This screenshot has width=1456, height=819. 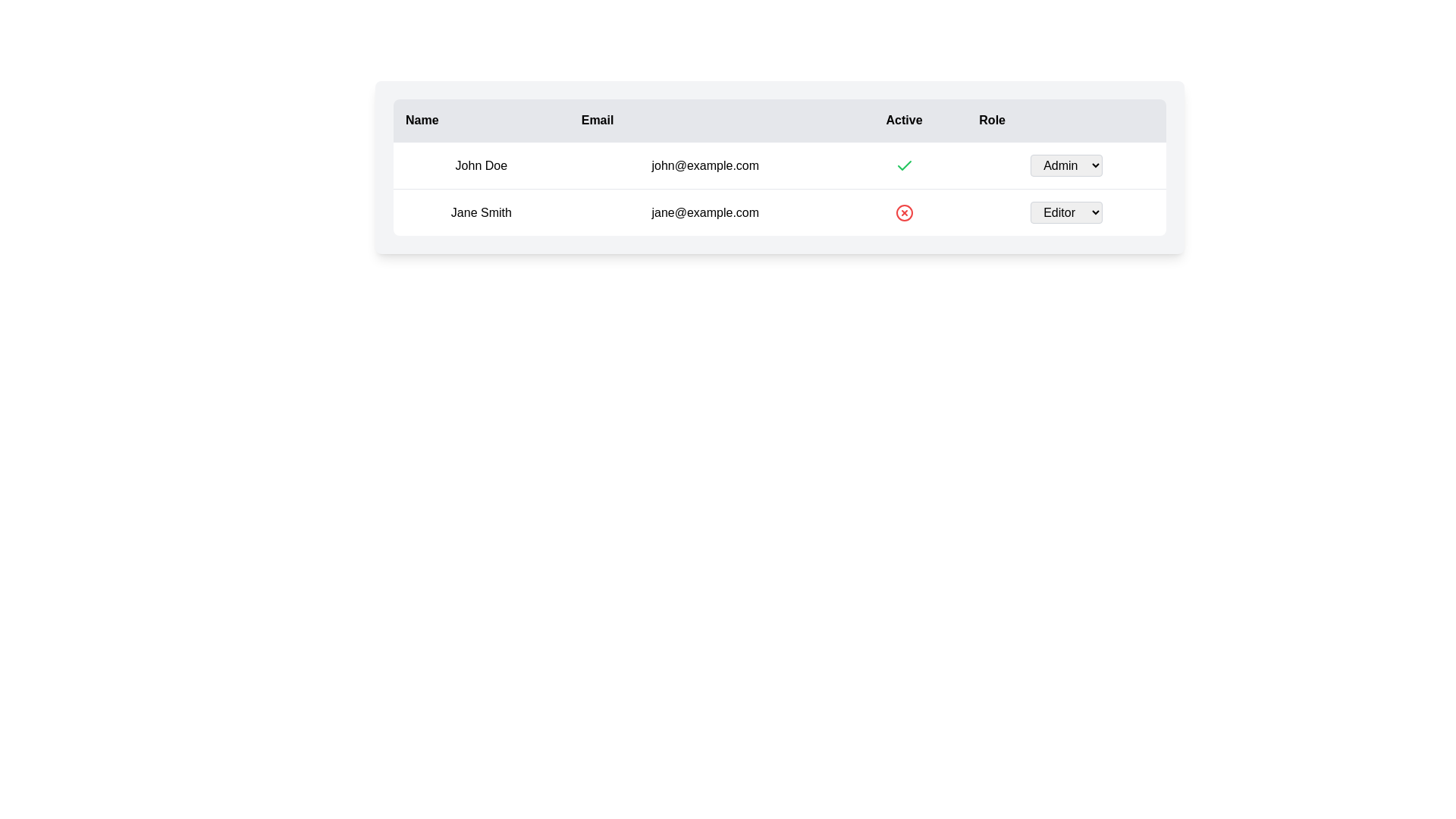 What do you see at coordinates (1065, 212) in the screenshot?
I see `the 'Editor' dropdown menu button located in the 'Role' column of the second row of the table` at bounding box center [1065, 212].